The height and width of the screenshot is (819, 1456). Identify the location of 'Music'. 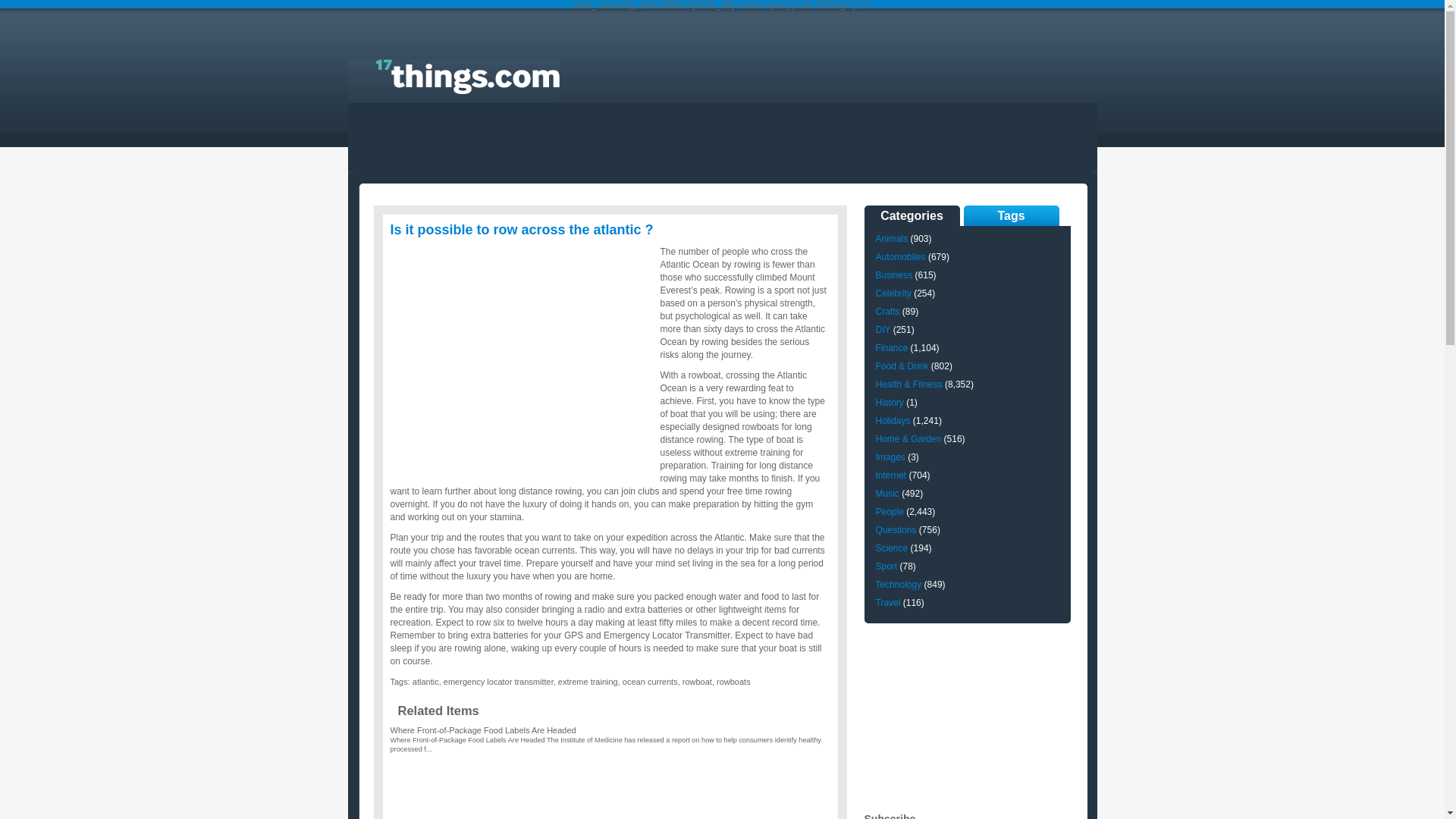
(886, 494).